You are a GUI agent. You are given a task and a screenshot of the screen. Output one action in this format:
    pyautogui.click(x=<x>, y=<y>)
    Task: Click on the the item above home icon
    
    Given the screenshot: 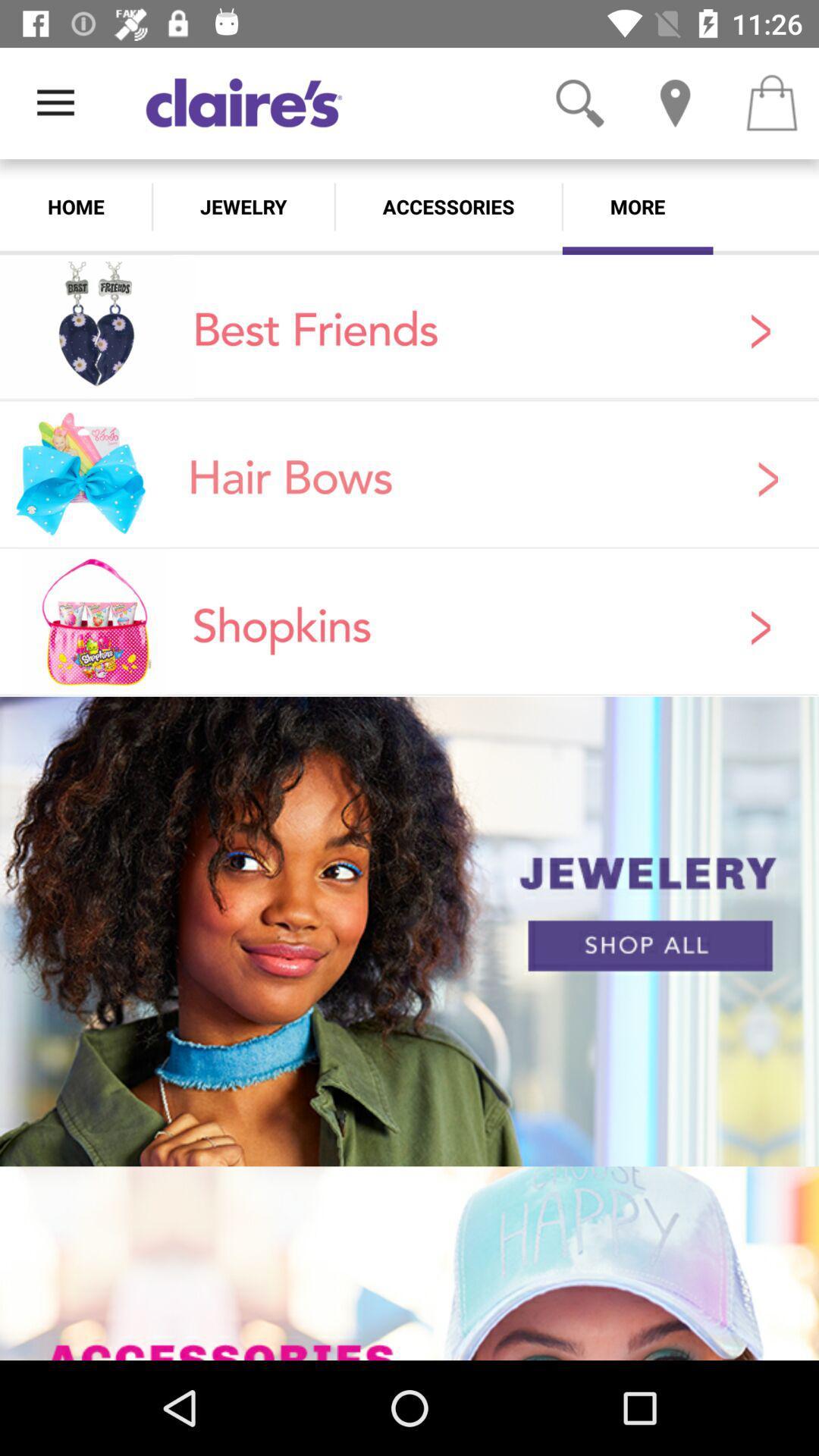 What is the action you would take?
    pyautogui.click(x=55, y=102)
    